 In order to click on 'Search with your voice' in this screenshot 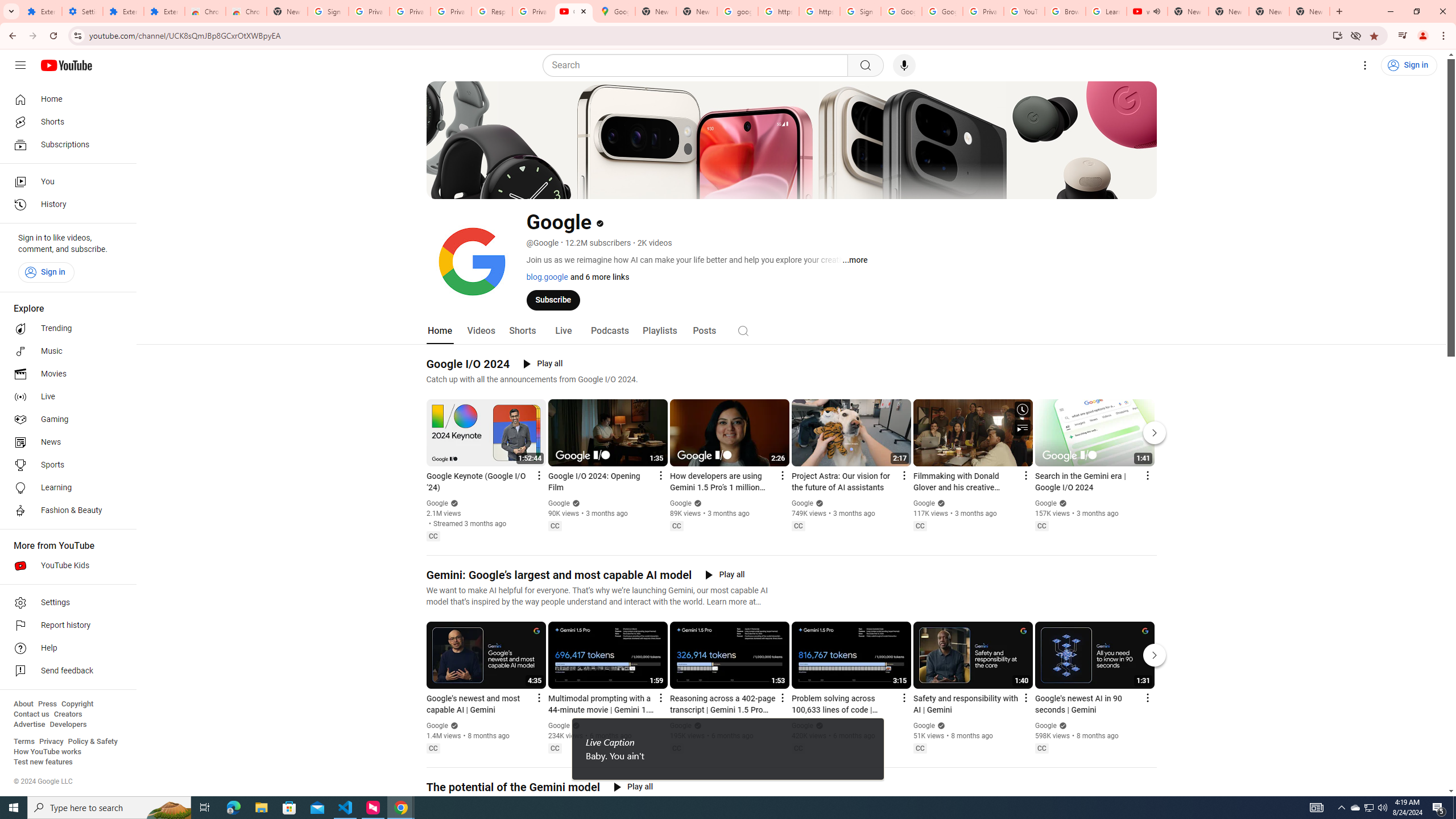, I will do `click(904, 65)`.